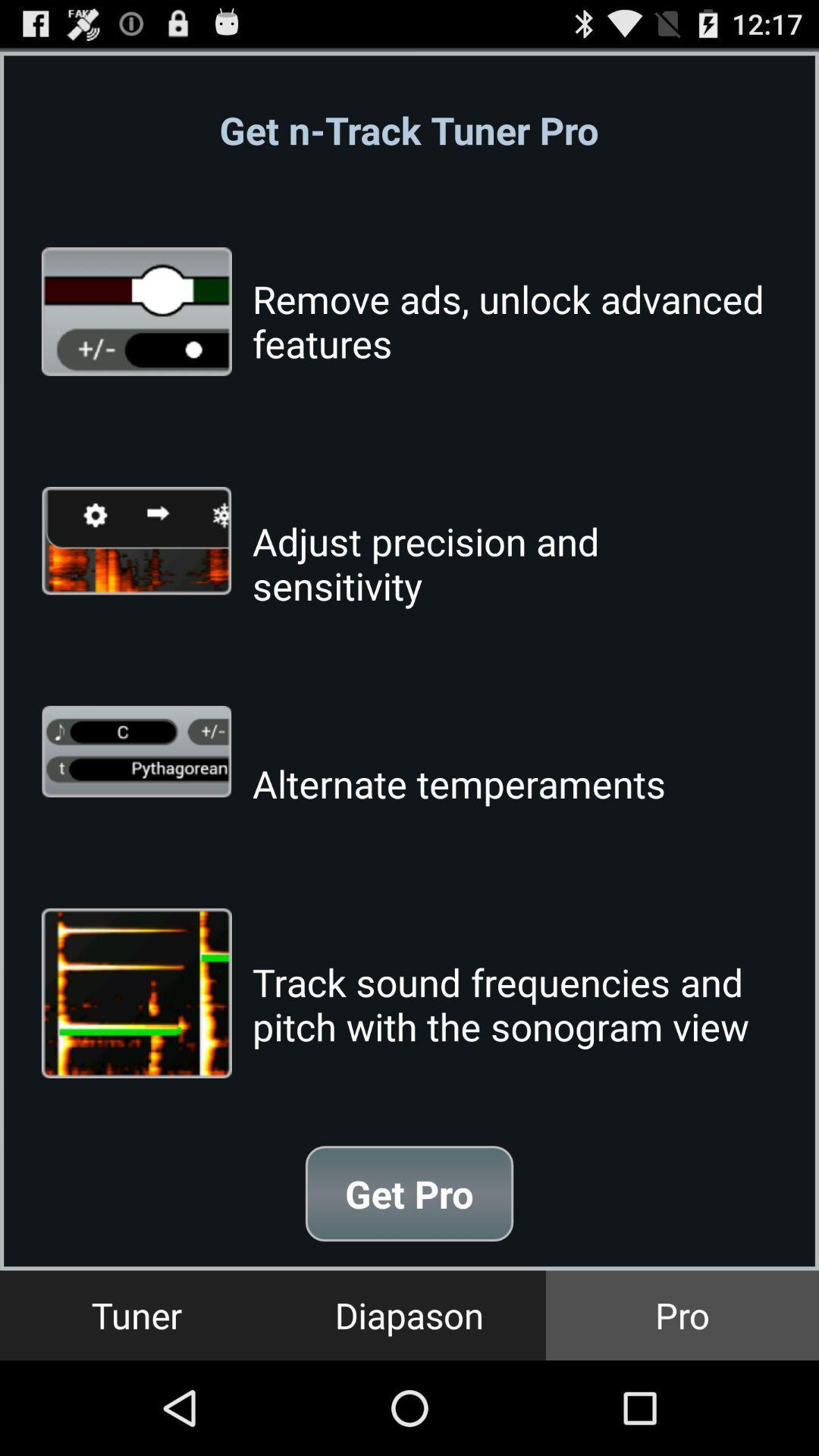 Image resolution: width=819 pixels, height=1456 pixels. Describe the element at coordinates (409, 1314) in the screenshot. I see `icon to the left of pro button` at that location.